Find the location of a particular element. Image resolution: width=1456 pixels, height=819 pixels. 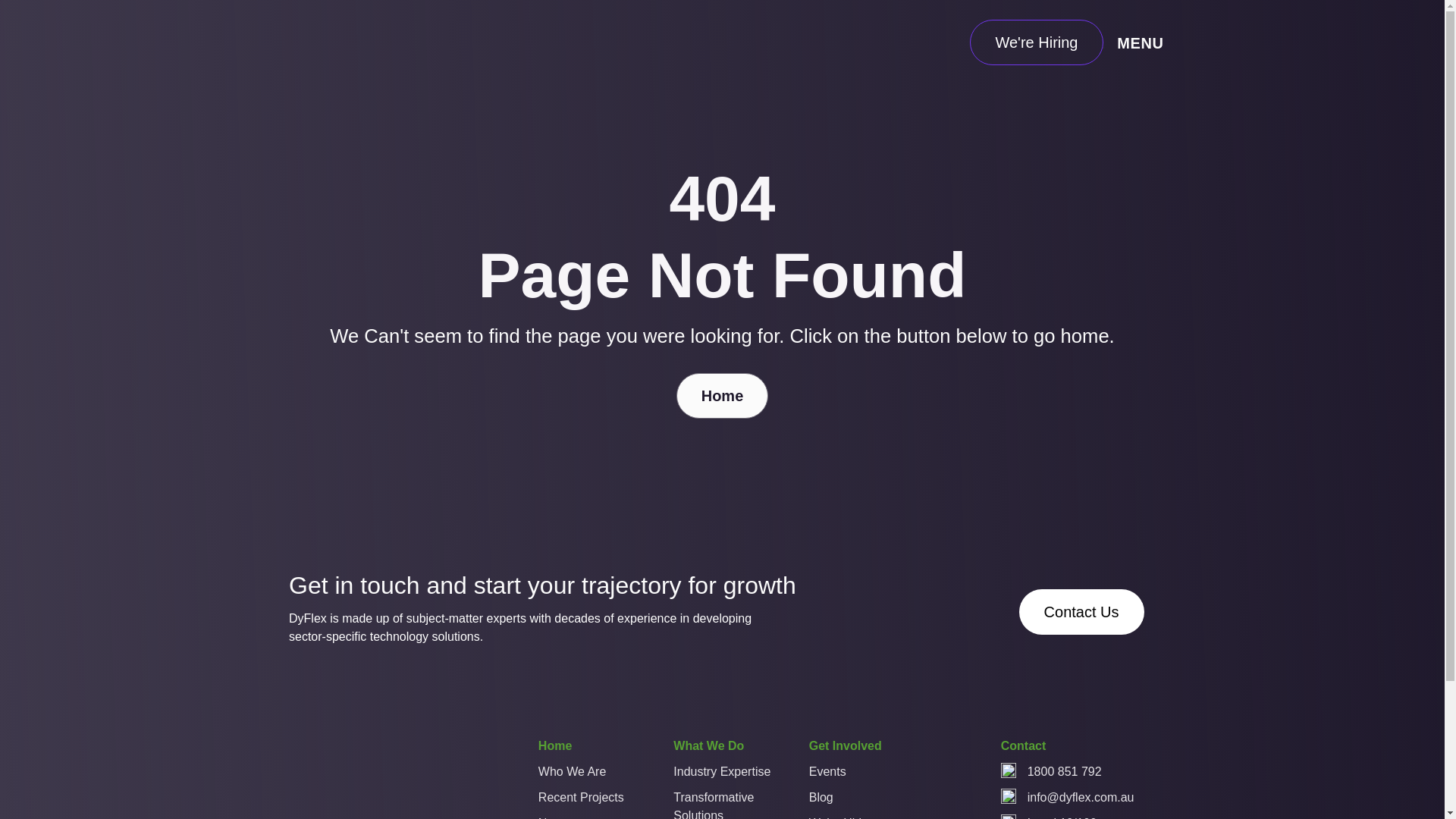

'Events' is located at coordinates (858, 775).